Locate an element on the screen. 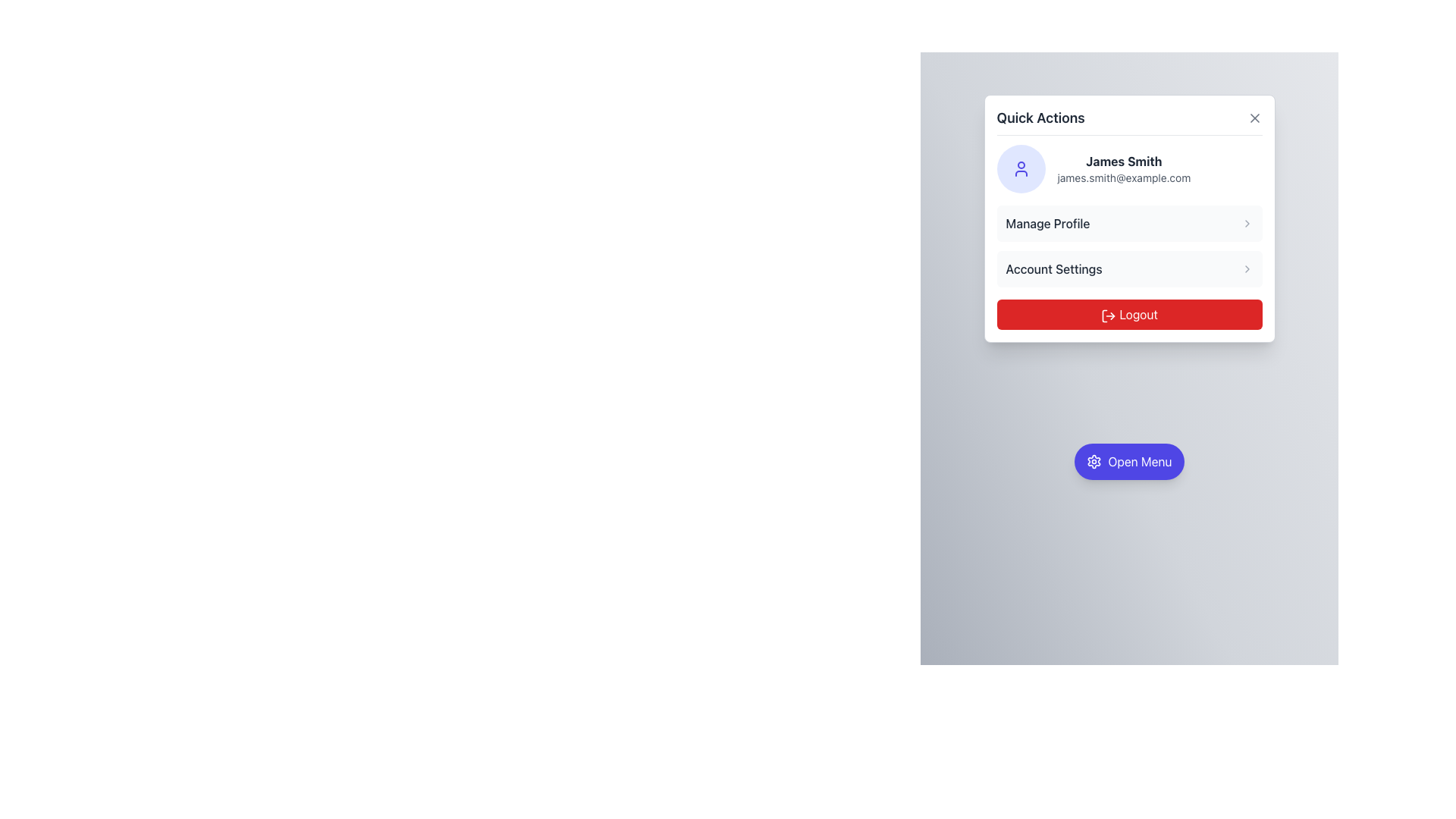  the profile management button located in the 'Quick Actions' modal dialog, positioned centrally below the user's profile information and above 'Account Settings' is located at coordinates (1129, 218).